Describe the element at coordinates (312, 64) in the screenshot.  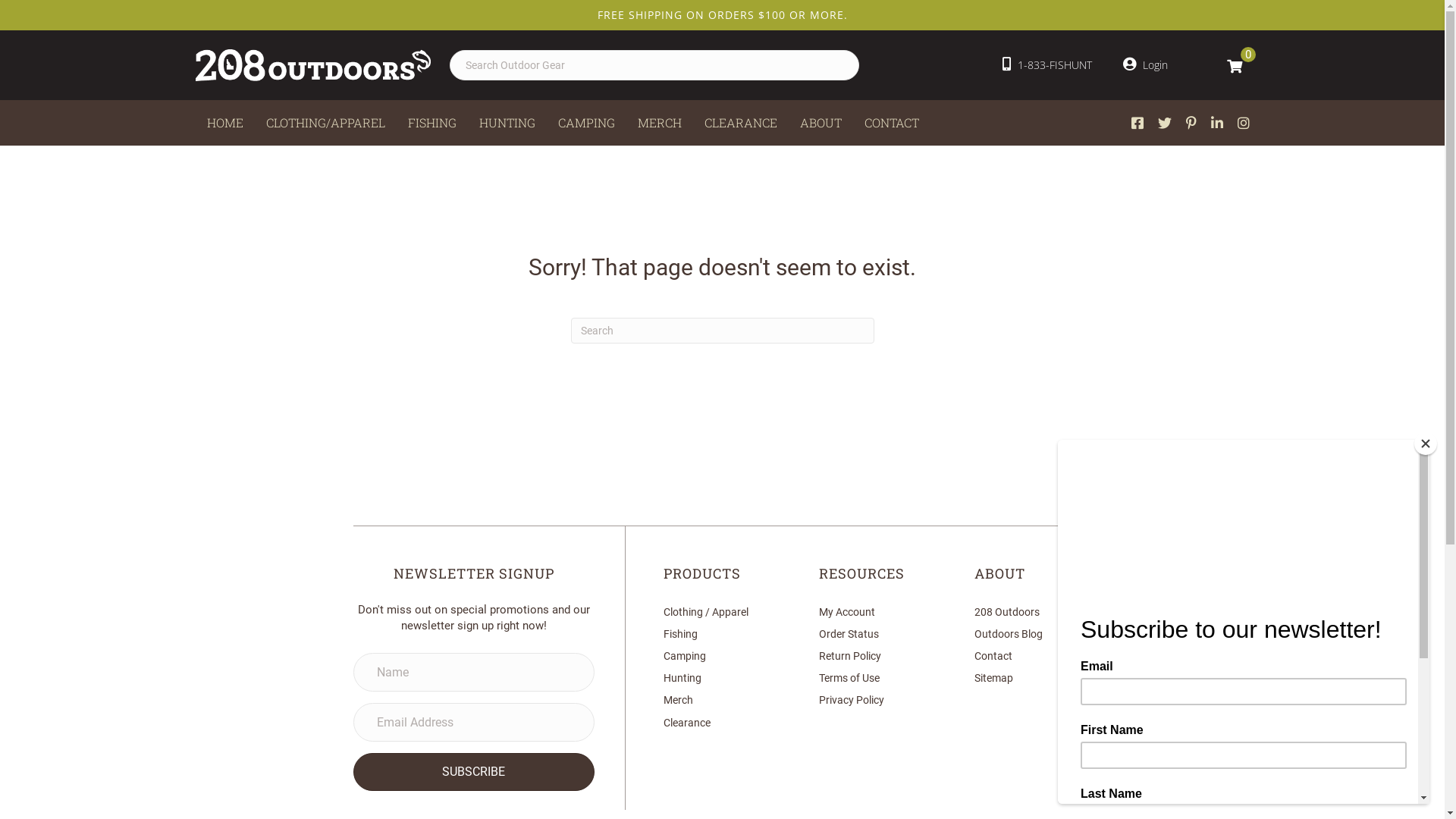
I see `'208Outdoors-web-logo-white-horiz-256px@2x'` at that location.